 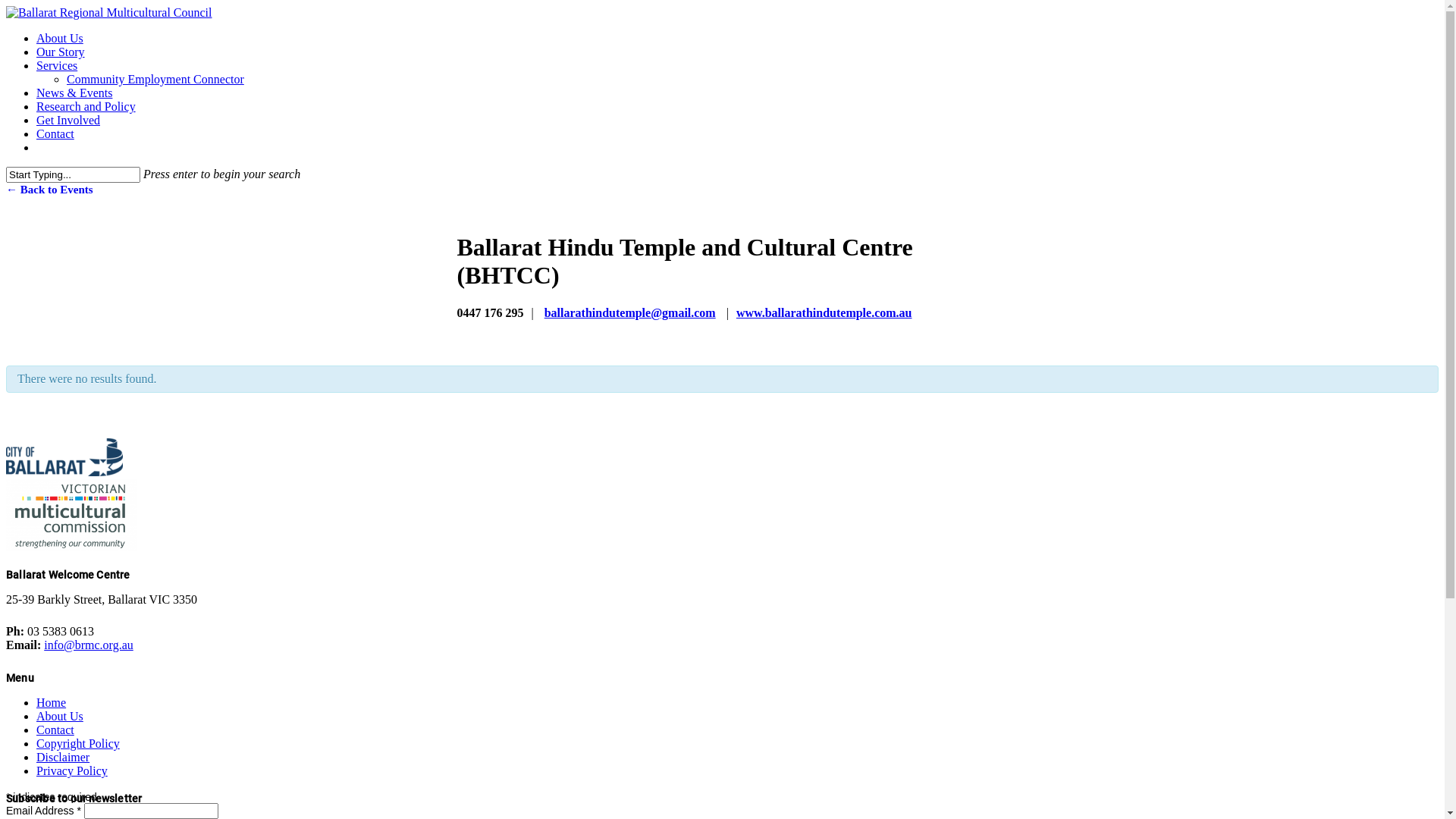 What do you see at coordinates (77, 742) in the screenshot?
I see `'Copyright Policy'` at bounding box center [77, 742].